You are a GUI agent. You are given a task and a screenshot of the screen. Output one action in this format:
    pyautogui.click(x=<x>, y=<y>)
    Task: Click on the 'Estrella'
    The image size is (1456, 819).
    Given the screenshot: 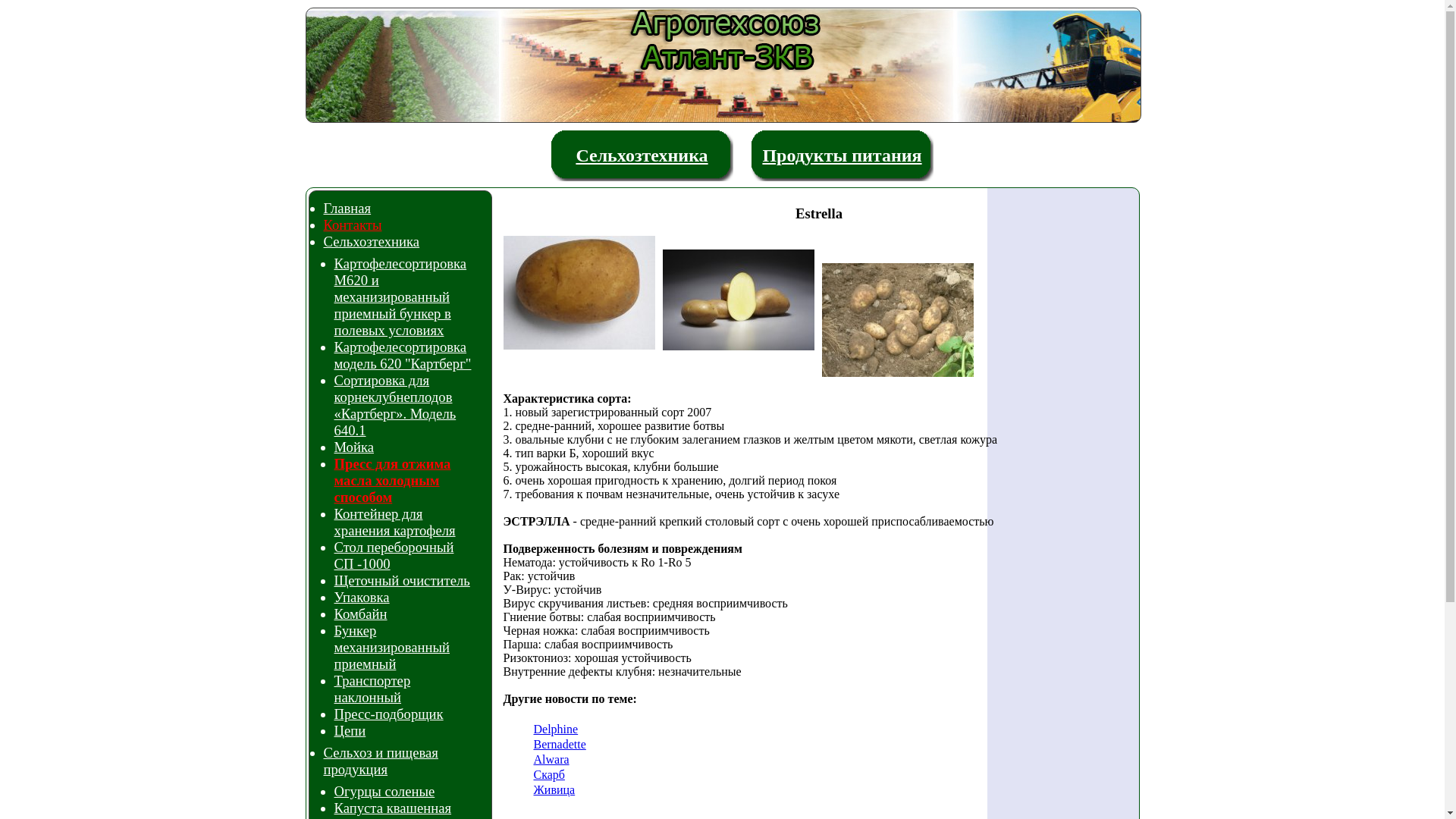 What is the action you would take?
    pyautogui.click(x=902, y=323)
    